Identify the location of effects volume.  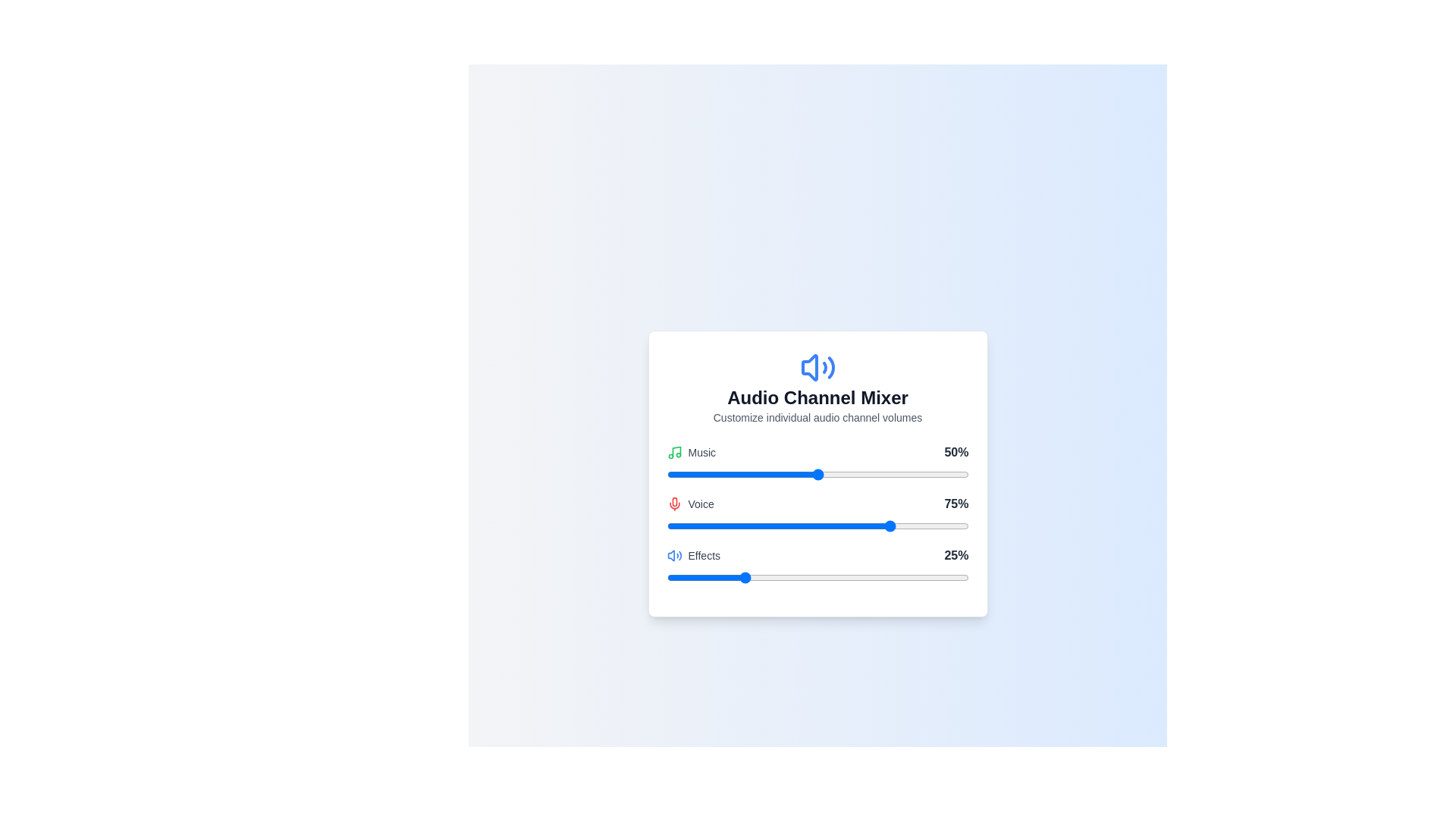
(778, 578).